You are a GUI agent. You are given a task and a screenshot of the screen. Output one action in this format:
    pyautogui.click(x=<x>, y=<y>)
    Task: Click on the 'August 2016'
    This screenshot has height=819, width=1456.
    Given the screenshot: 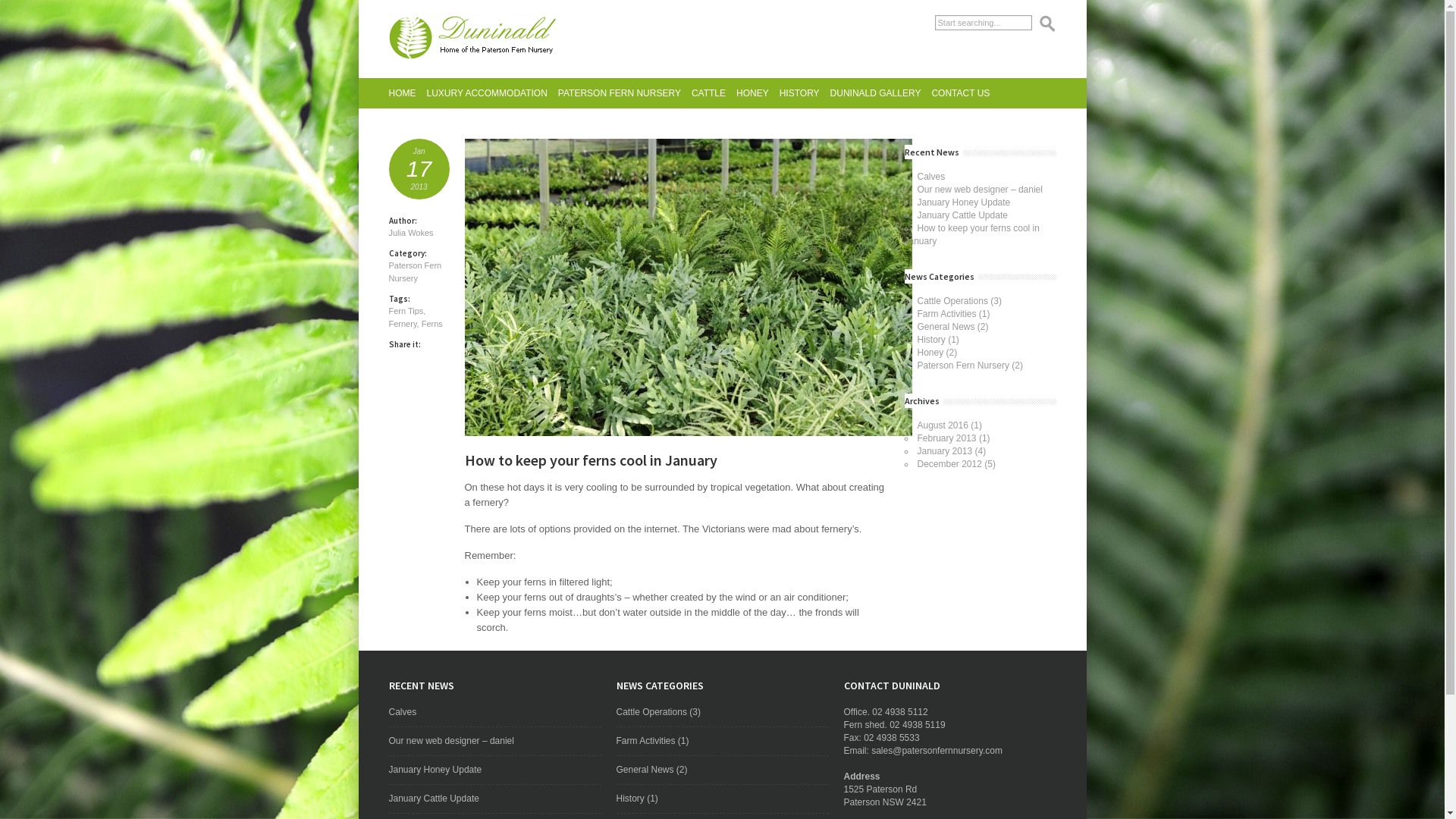 What is the action you would take?
    pyautogui.click(x=916, y=425)
    